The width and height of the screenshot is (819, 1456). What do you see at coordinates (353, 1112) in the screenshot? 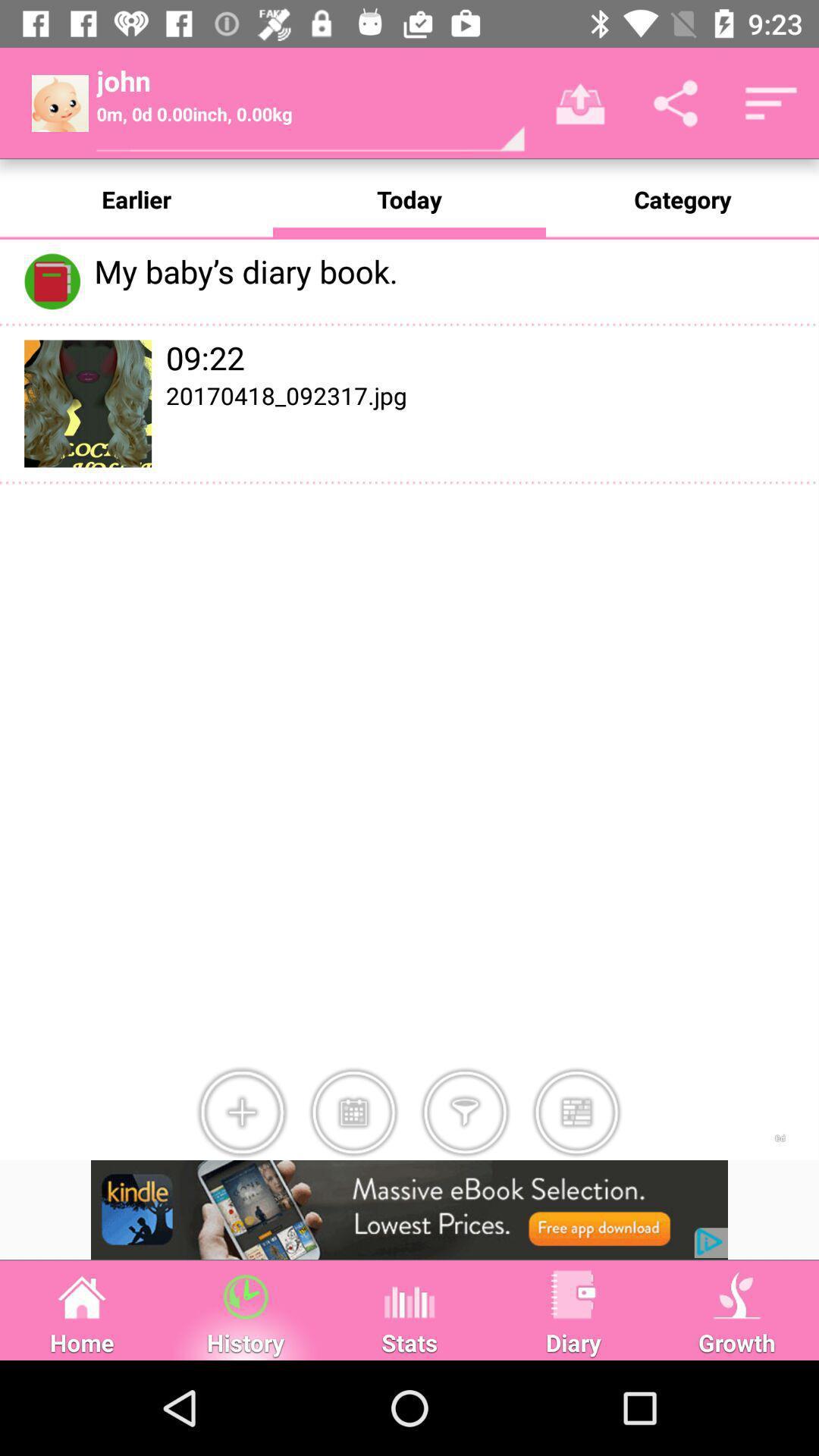
I see `option` at bounding box center [353, 1112].